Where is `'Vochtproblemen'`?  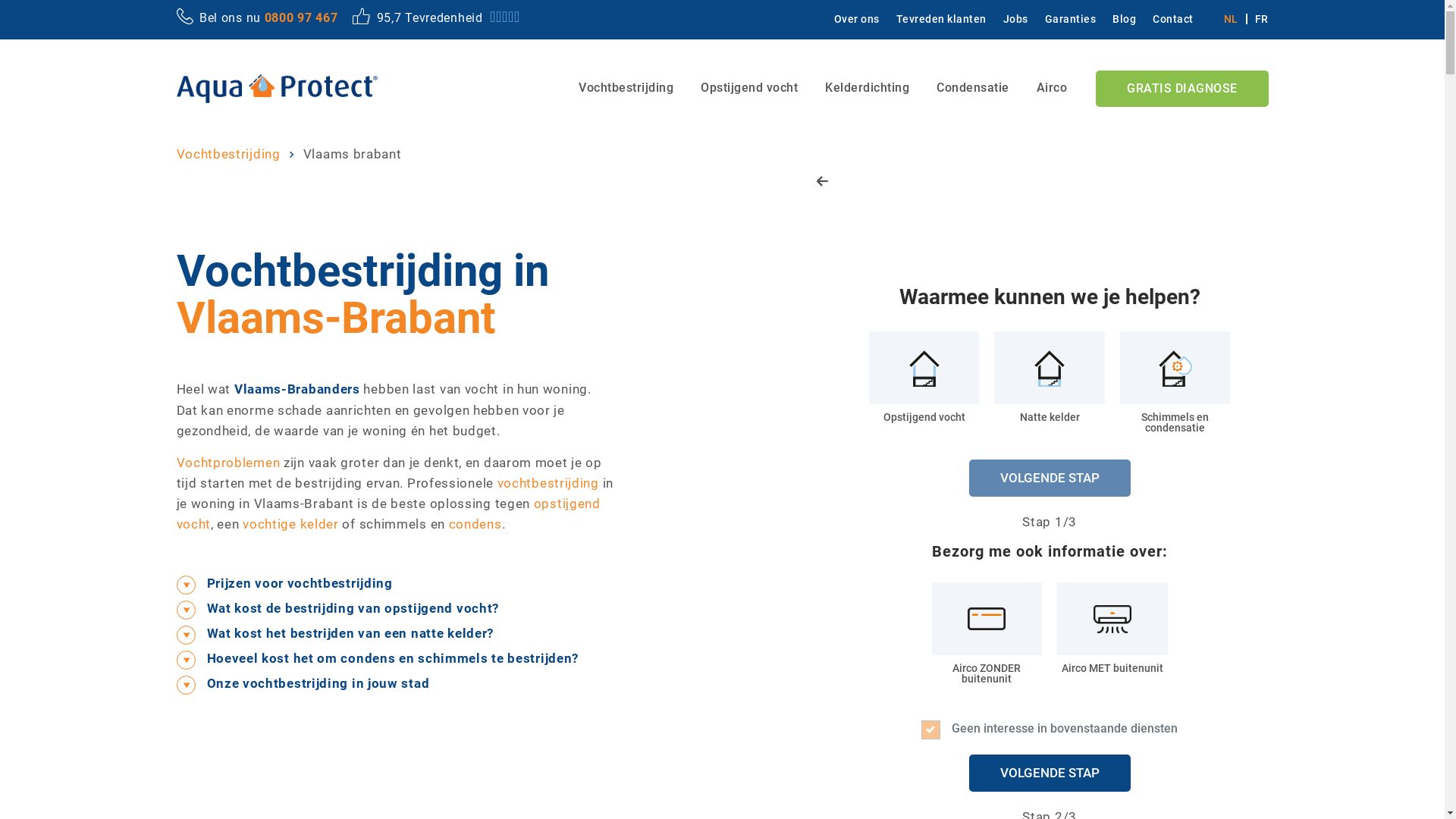
'Vochtproblemen' is located at coordinates (227, 461).